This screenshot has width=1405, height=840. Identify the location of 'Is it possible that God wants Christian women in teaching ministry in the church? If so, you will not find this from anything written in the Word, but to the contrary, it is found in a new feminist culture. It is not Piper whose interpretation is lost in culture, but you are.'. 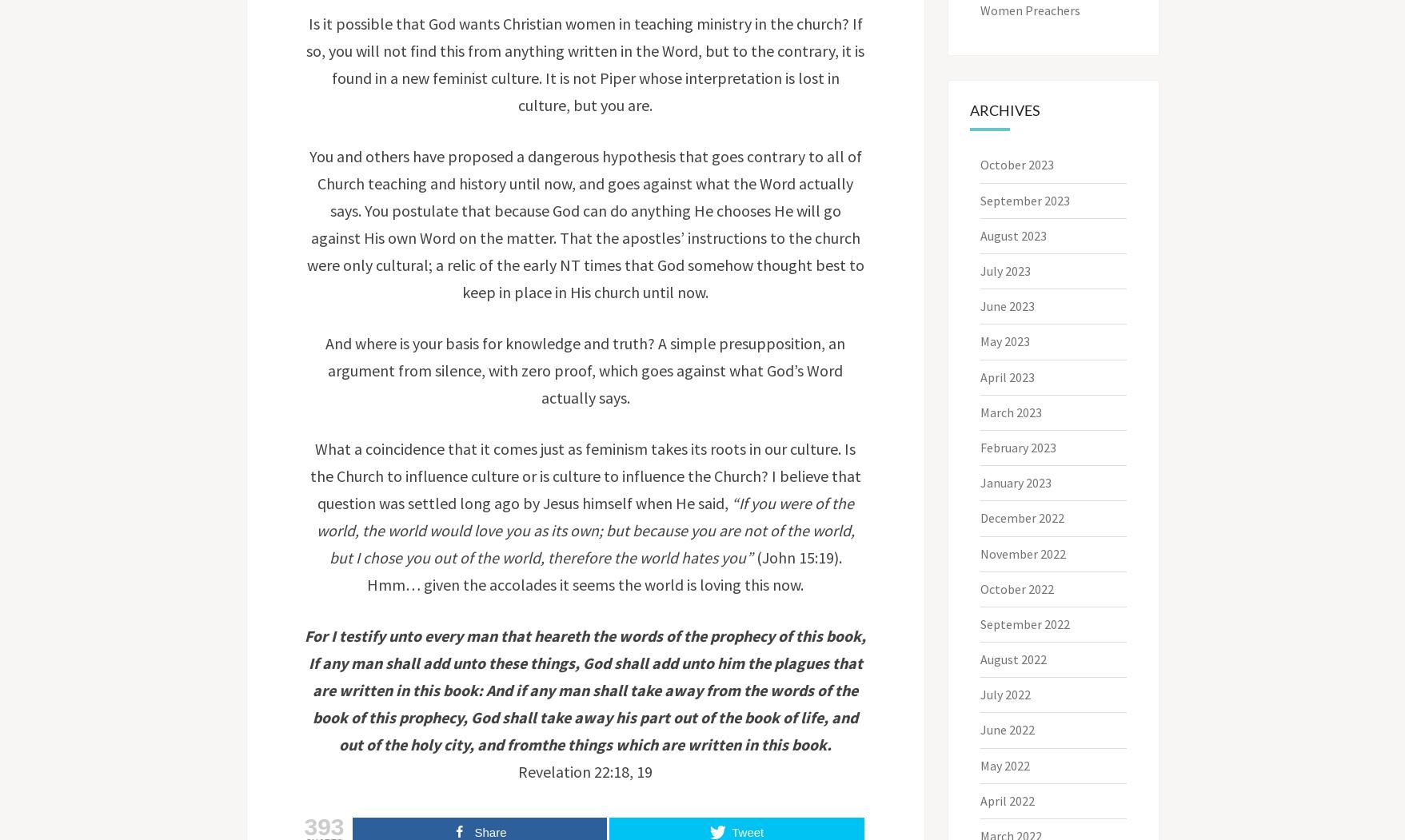
(305, 63).